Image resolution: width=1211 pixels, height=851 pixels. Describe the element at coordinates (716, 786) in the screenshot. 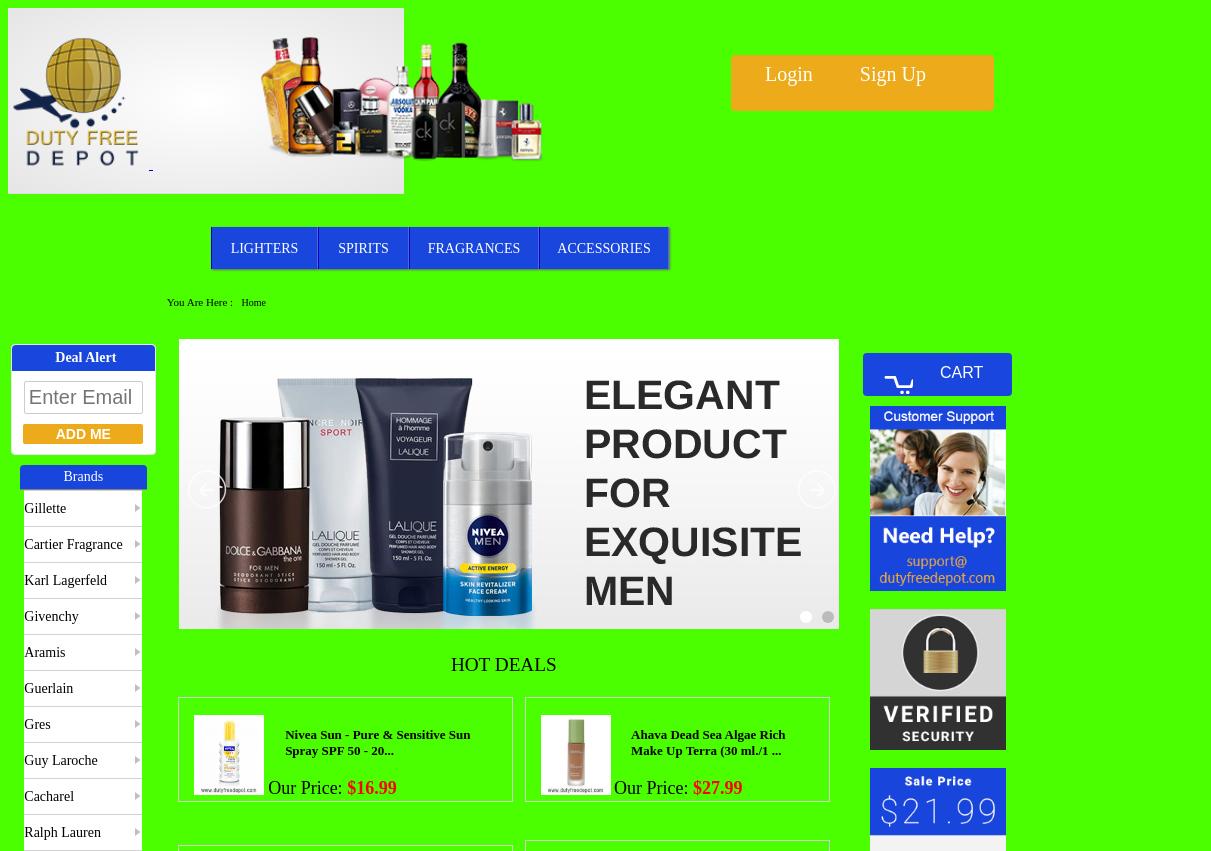

I see `'$27.99'` at that location.